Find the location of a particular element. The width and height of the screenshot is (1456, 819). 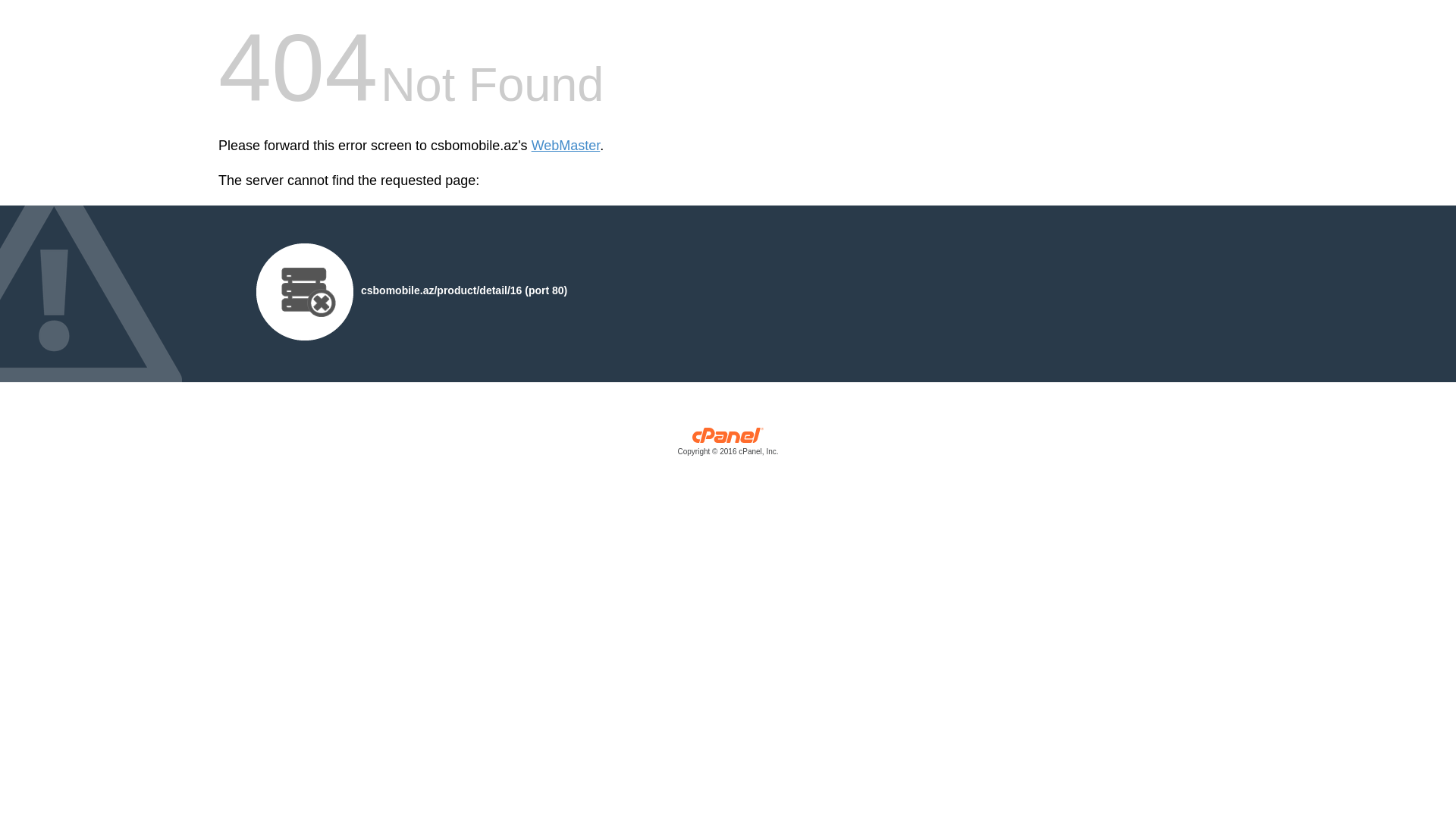

'WebMaster' is located at coordinates (565, 146).